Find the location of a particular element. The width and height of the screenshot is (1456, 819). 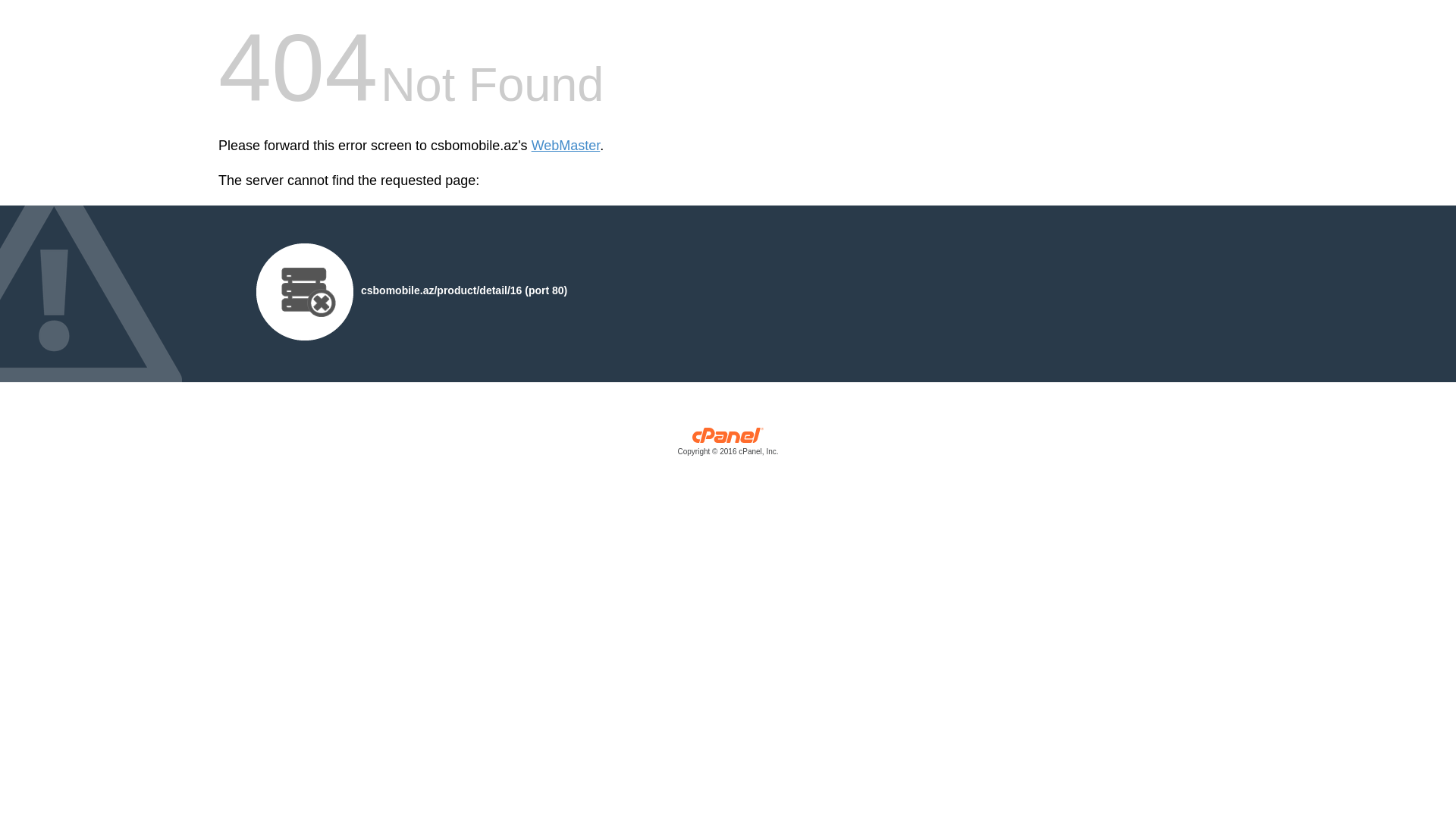

'WebMaster' is located at coordinates (565, 146).